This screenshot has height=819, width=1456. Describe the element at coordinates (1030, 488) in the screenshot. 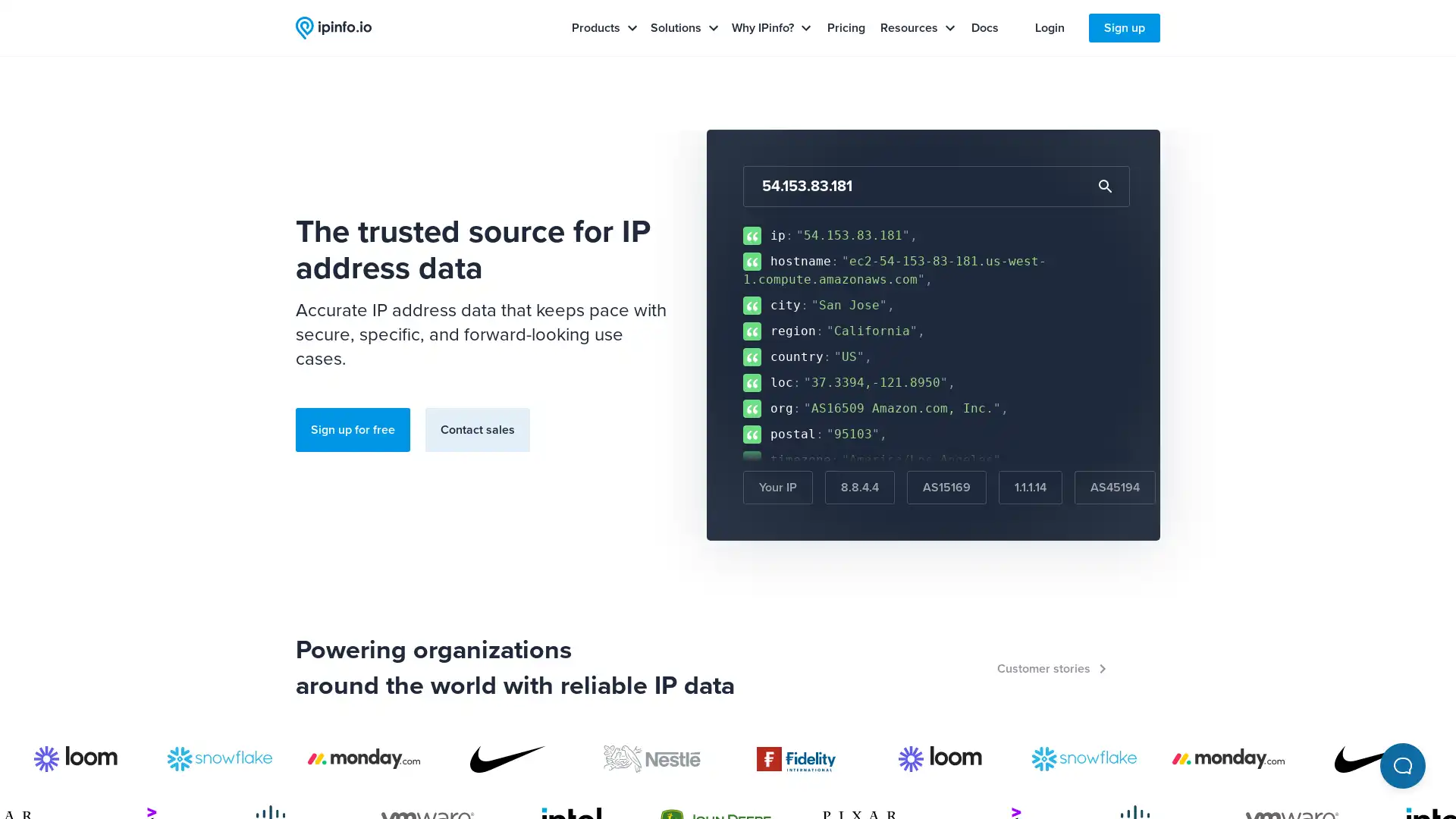

I see `1.1.1.14` at that location.